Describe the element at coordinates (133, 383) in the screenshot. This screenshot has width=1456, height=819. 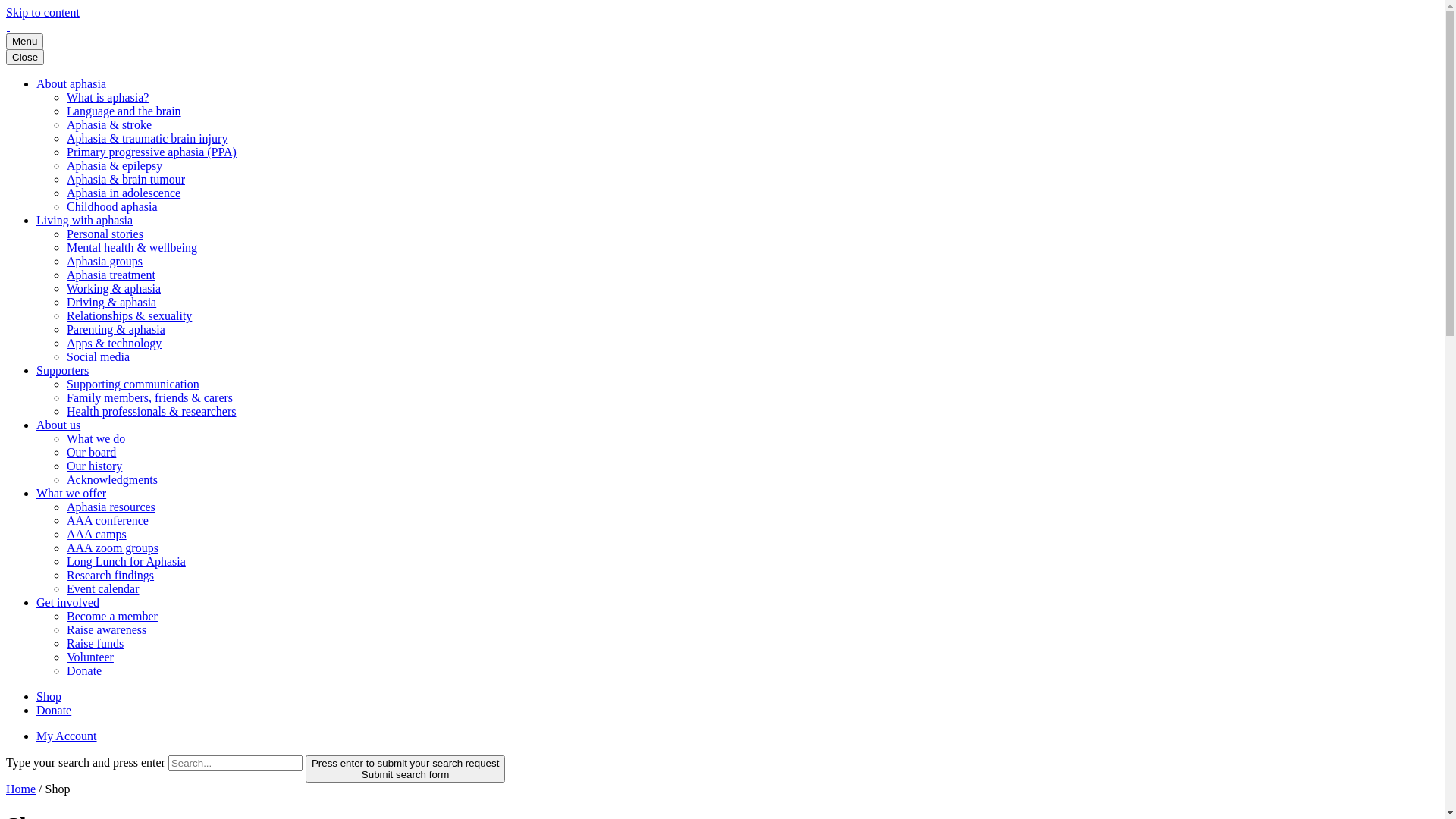
I see `'Supporting communication'` at that location.